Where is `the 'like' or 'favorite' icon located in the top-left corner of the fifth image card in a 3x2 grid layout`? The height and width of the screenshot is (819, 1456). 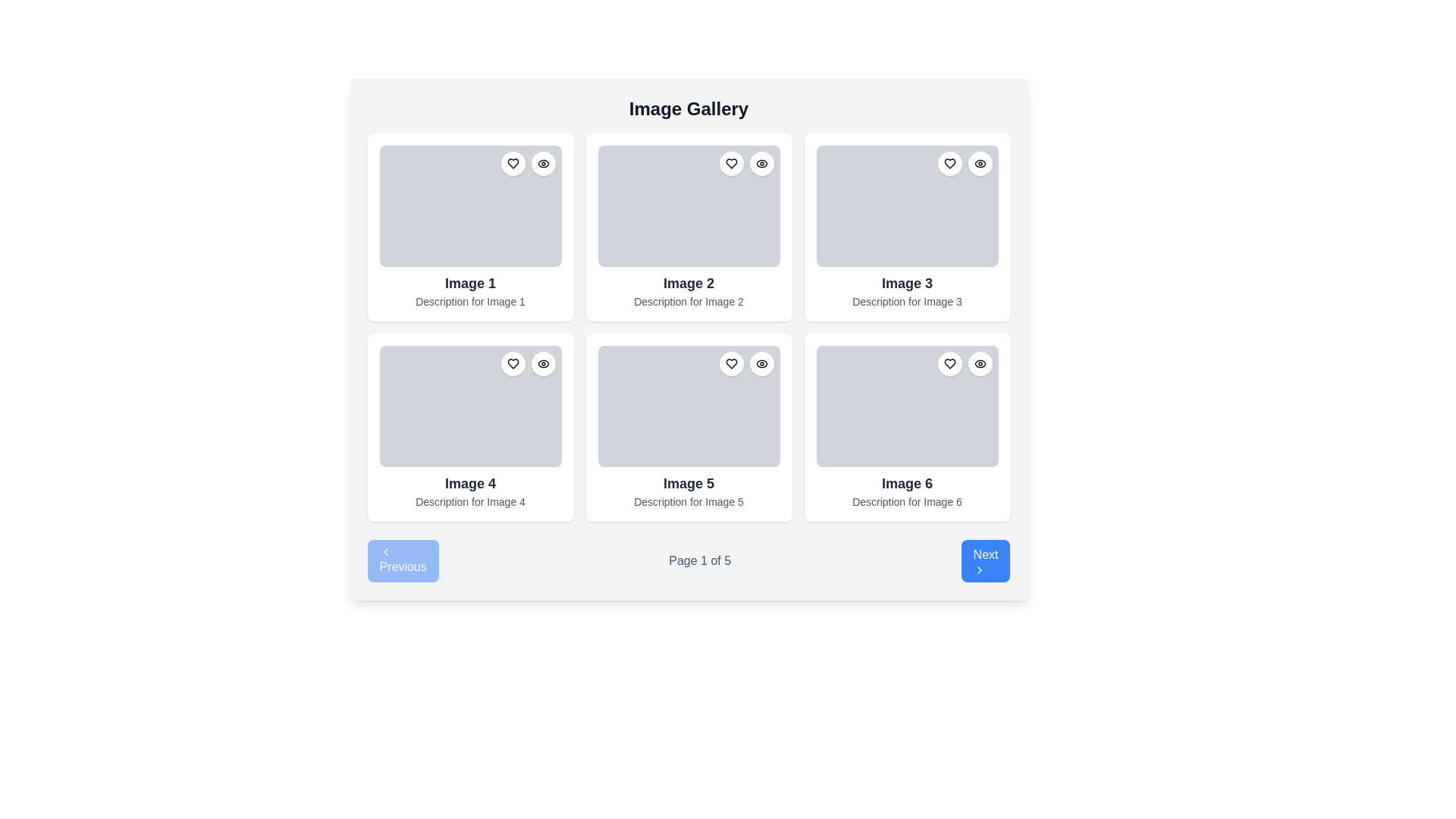 the 'like' or 'favorite' icon located in the top-left corner of the fifth image card in a 3x2 grid layout is located at coordinates (731, 363).